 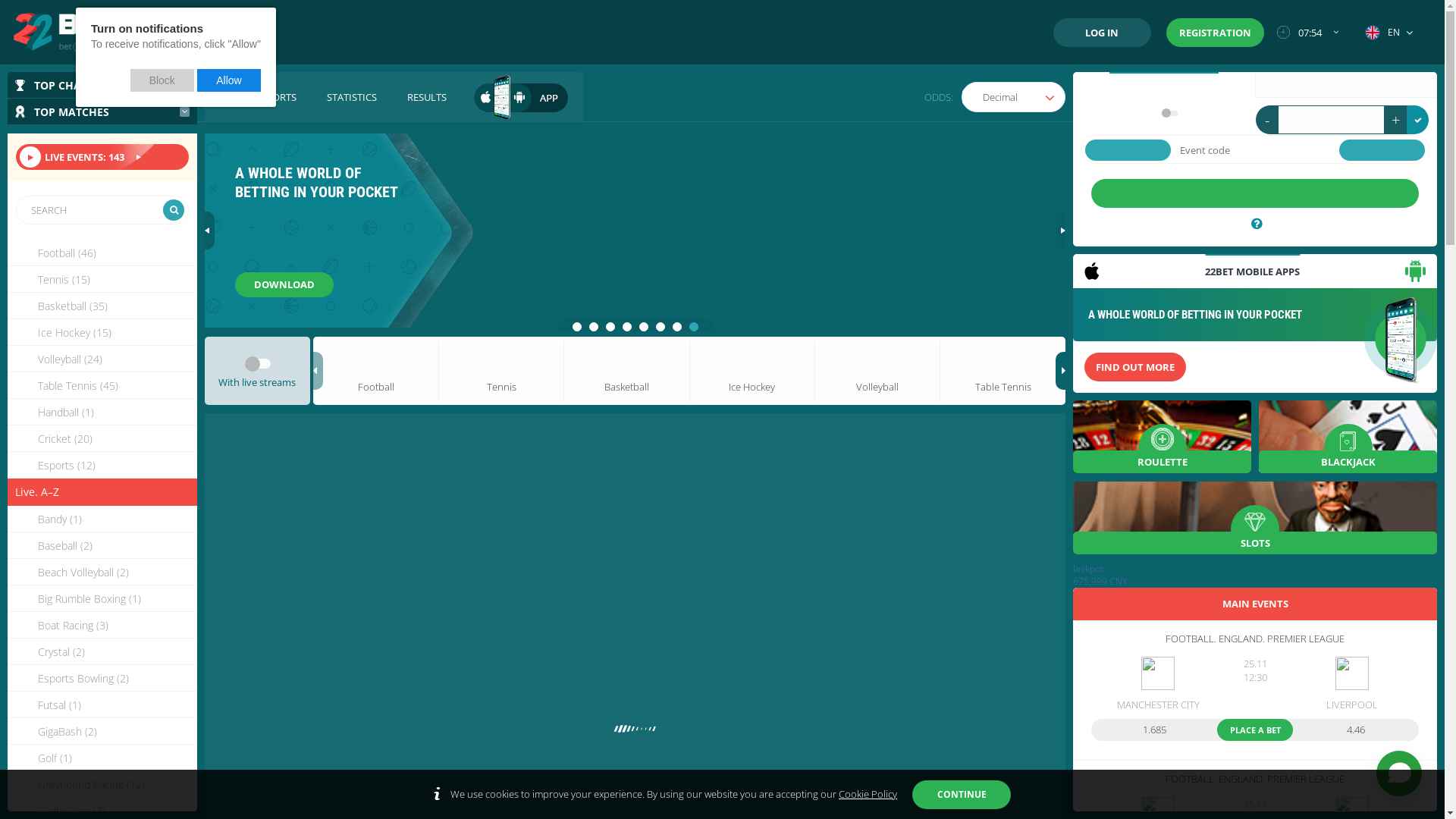 I want to click on 'Allow', so click(x=196, y=80).